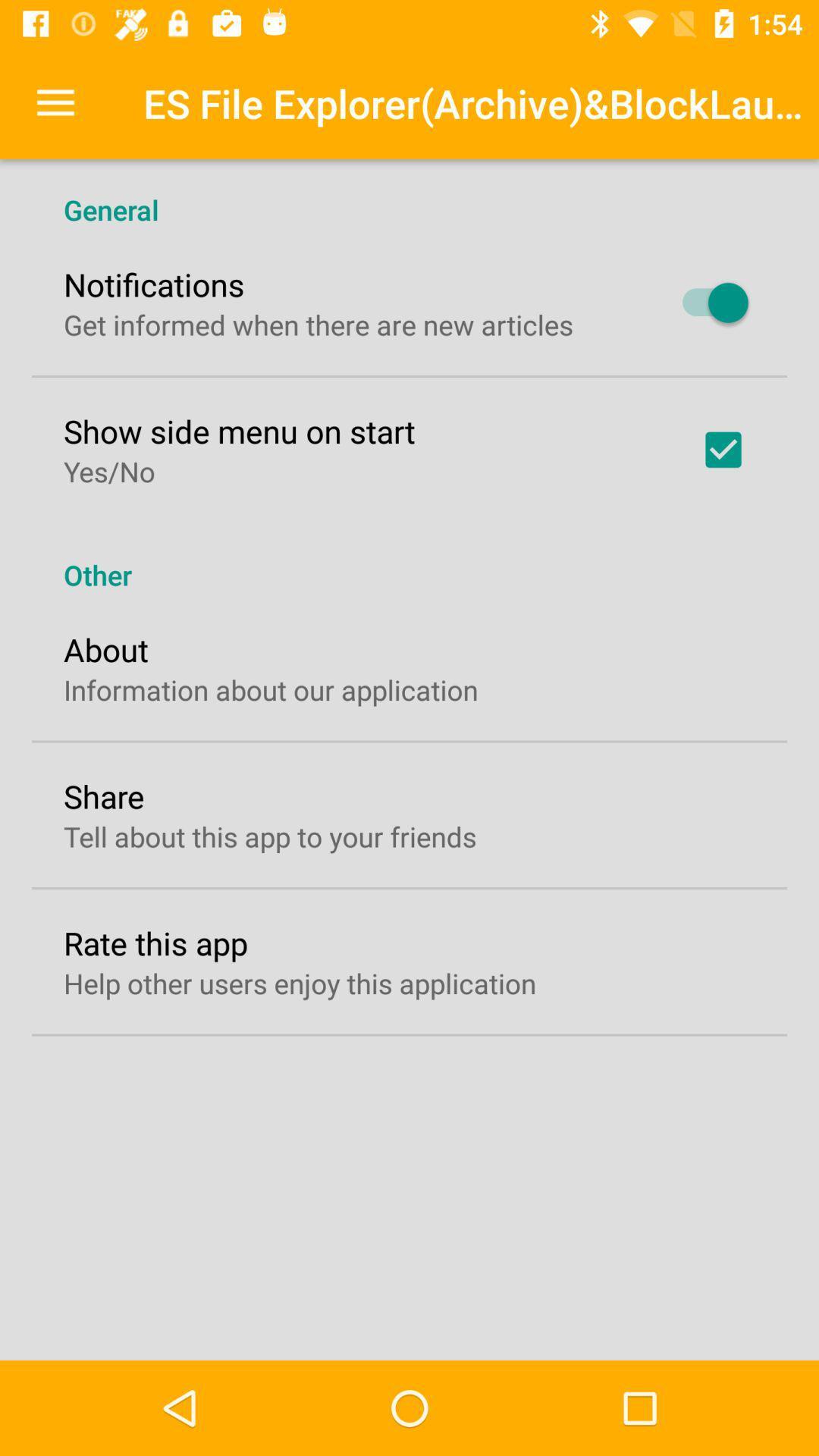  What do you see at coordinates (409, 193) in the screenshot?
I see `general` at bounding box center [409, 193].